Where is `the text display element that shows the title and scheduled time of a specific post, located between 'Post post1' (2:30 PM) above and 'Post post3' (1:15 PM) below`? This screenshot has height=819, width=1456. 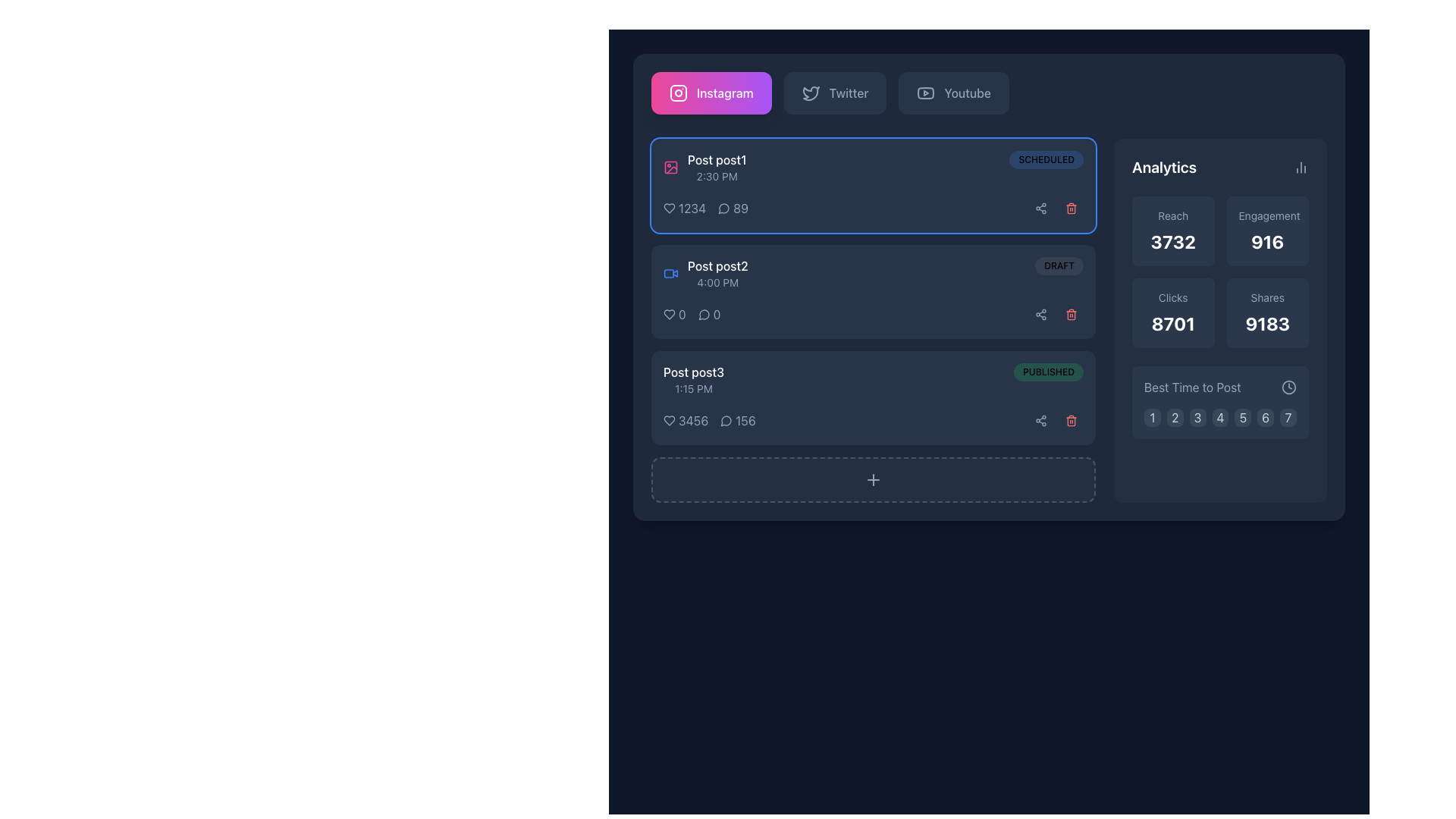 the text display element that shows the title and scheduled time of a specific post, located between 'Post post1' (2:30 PM) above and 'Post post3' (1:15 PM) below is located at coordinates (717, 274).